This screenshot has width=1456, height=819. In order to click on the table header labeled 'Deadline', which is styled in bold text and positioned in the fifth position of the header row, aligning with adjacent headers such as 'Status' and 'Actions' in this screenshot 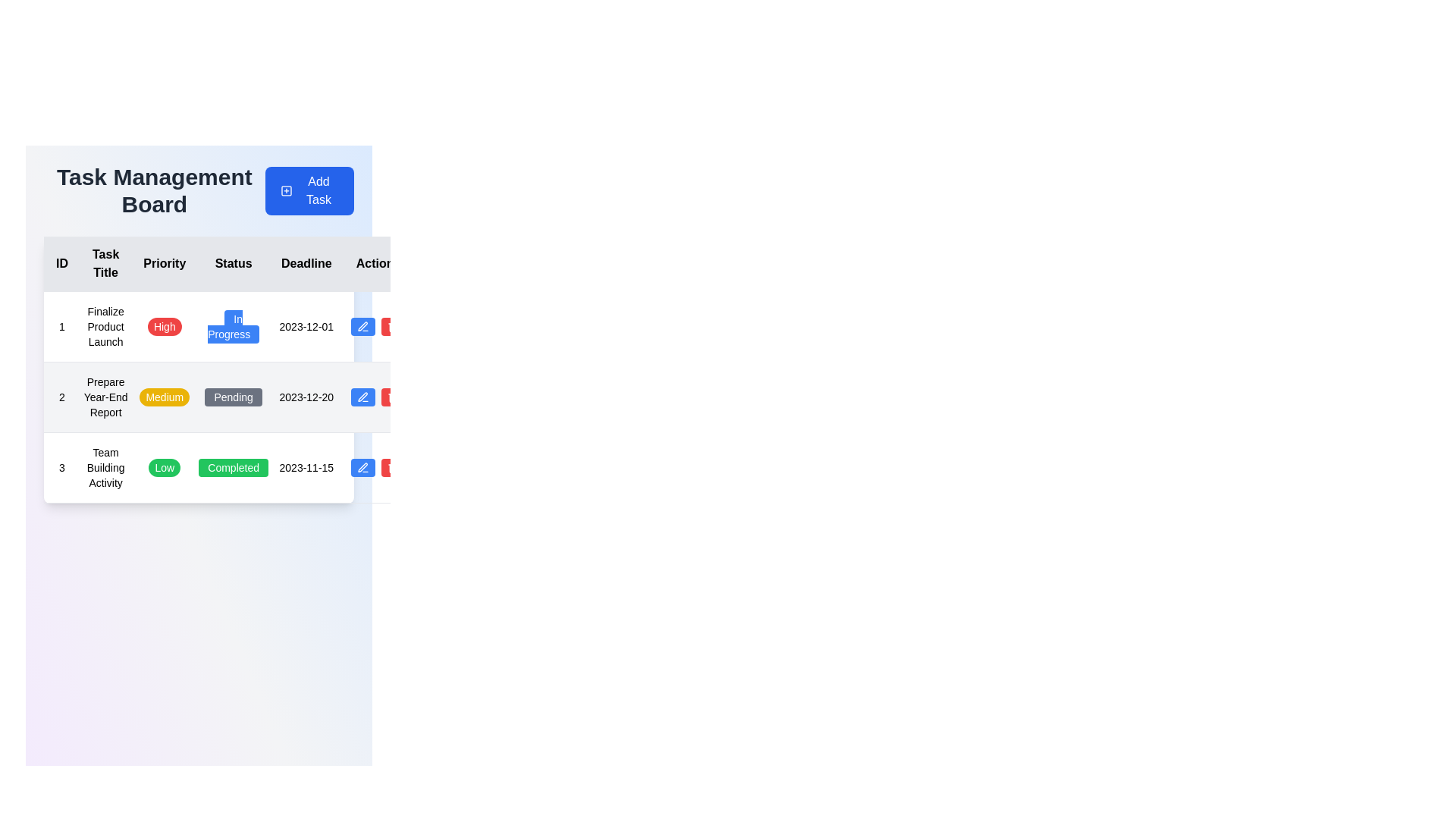, I will do `click(306, 263)`.